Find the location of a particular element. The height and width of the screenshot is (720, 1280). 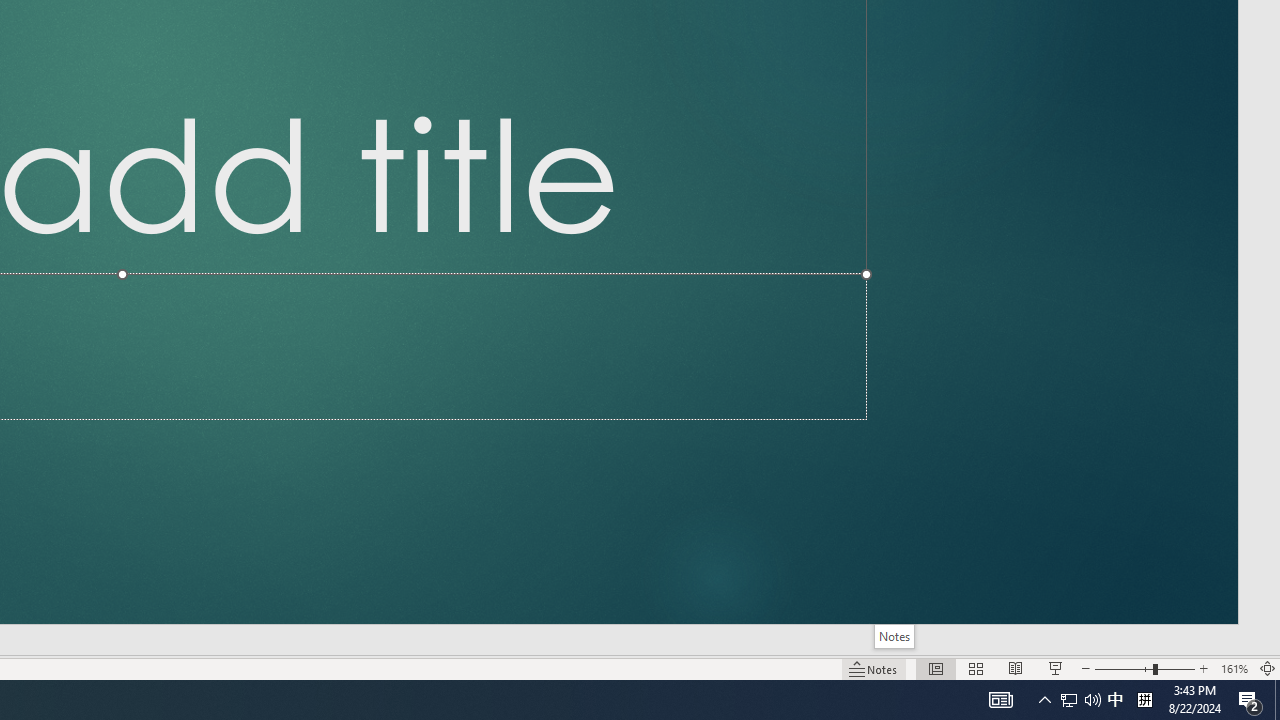

'Zoom 161%' is located at coordinates (1233, 669).